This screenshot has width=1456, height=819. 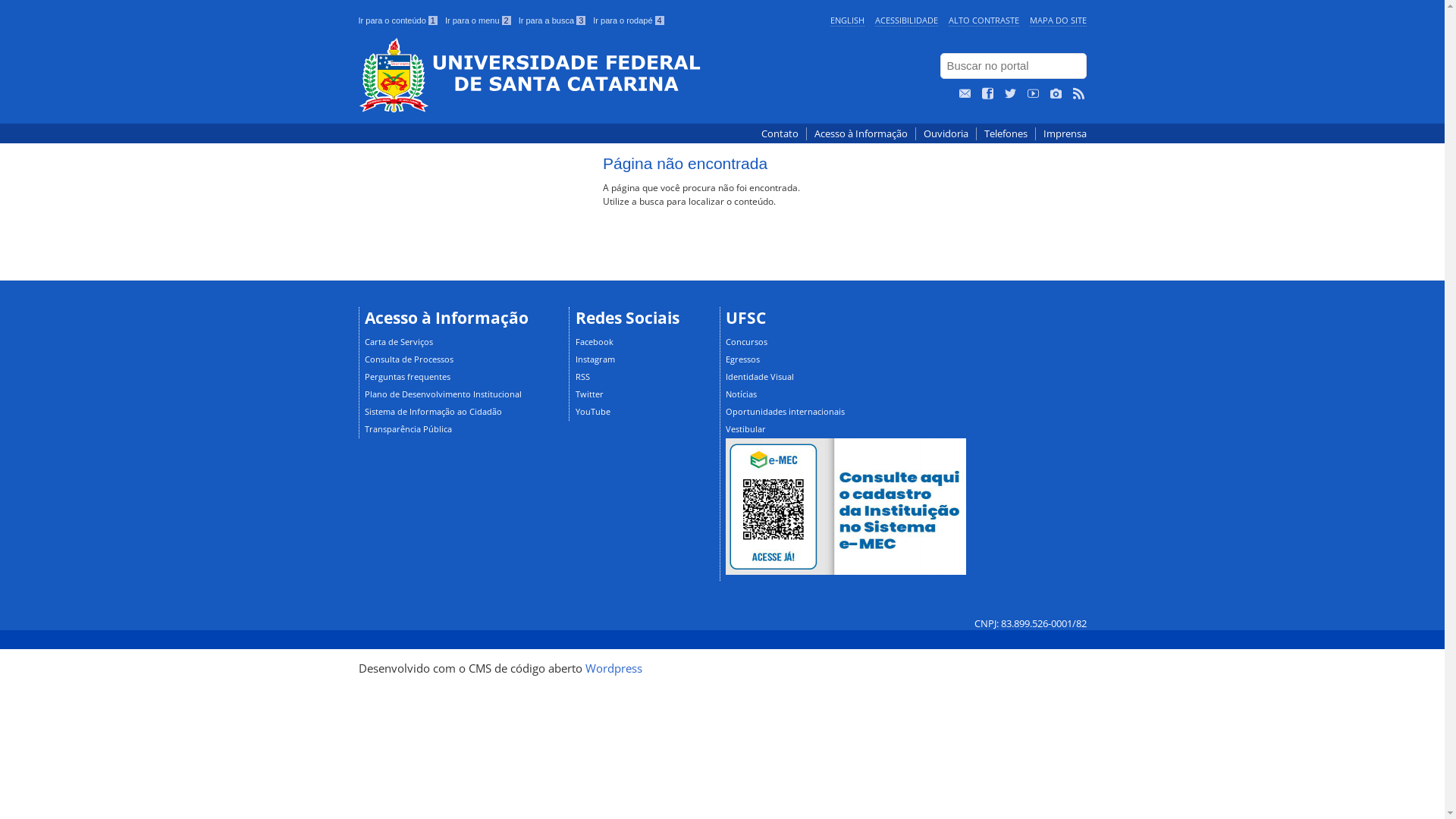 I want to click on 'RSS', so click(x=574, y=375).